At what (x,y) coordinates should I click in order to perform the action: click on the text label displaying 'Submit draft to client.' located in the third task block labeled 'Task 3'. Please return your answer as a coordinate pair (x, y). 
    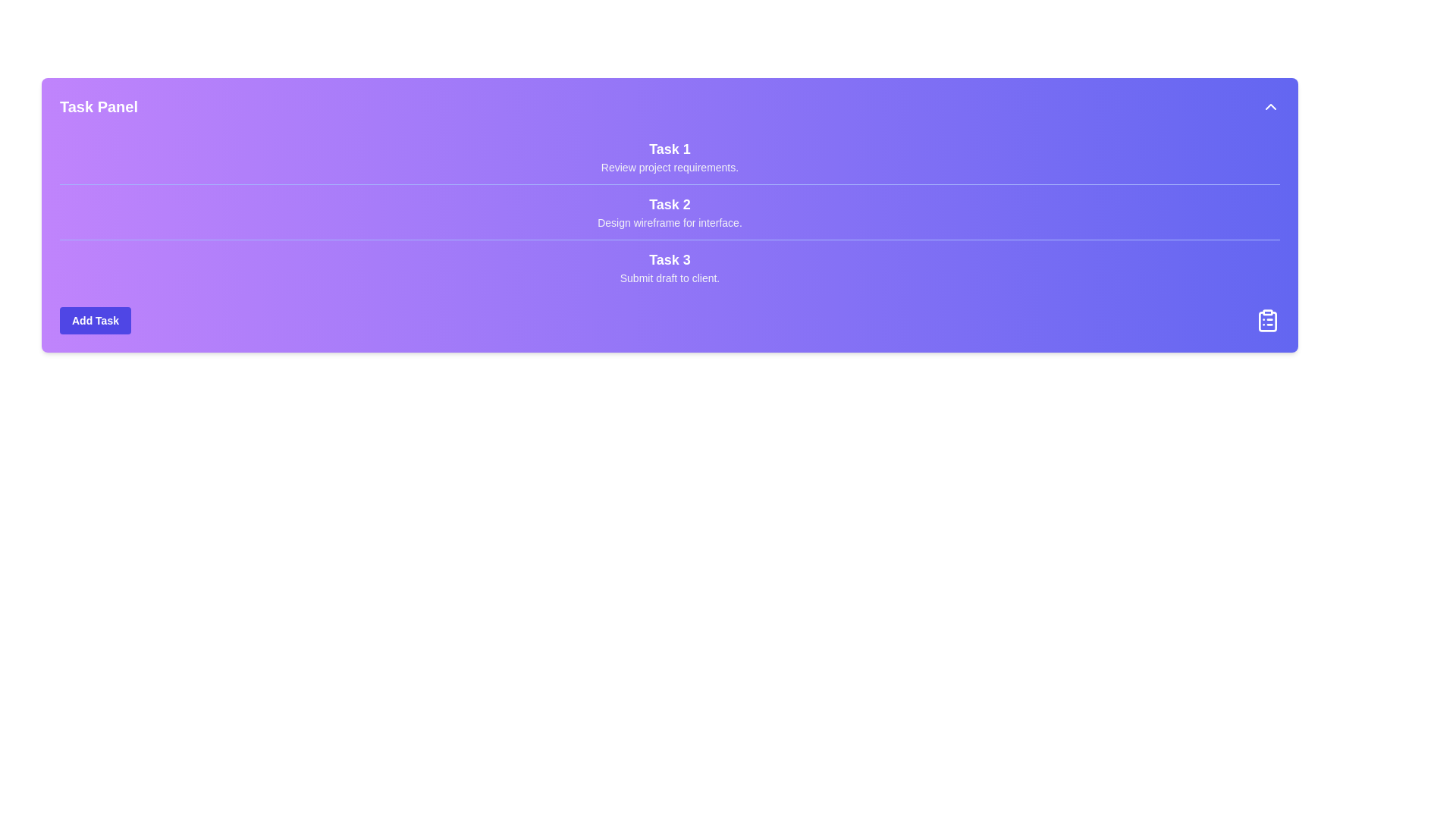
    Looking at the image, I should click on (669, 278).